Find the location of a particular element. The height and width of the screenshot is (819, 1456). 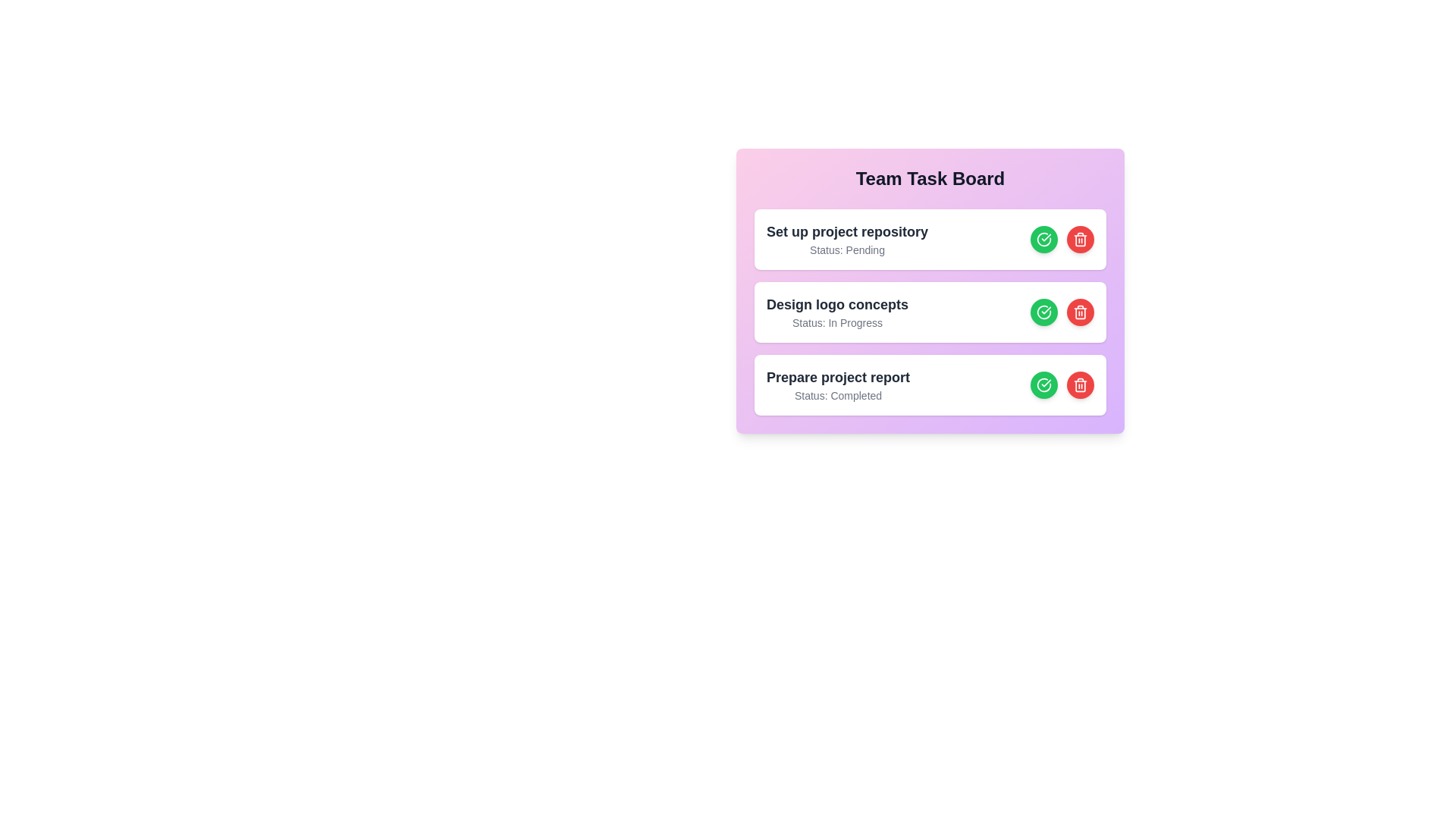

'Delete Task' button for the task titled 'Prepare project report' is located at coordinates (1080, 384).